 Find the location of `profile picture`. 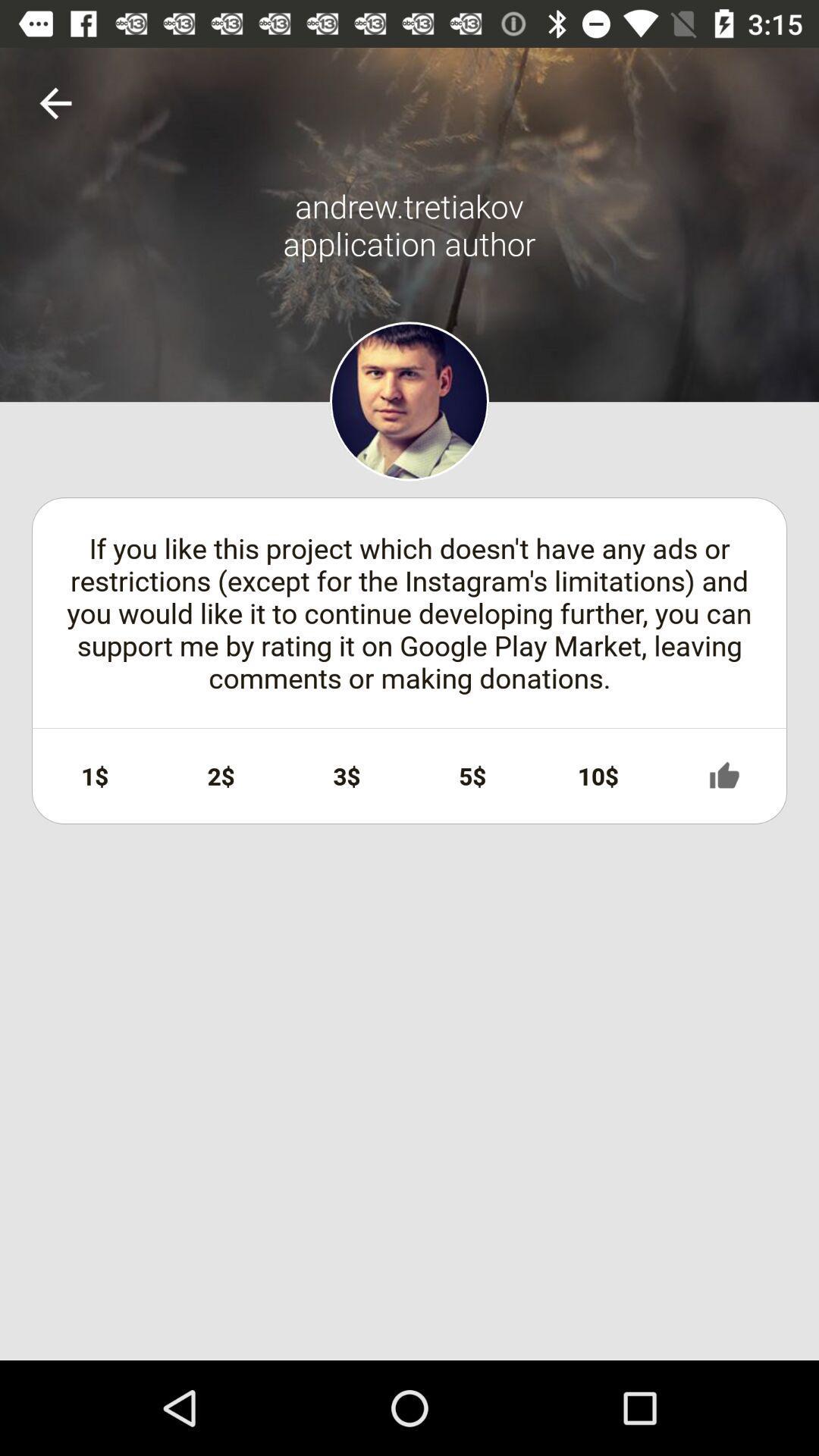

profile picture is located at coordinates (409, 401).